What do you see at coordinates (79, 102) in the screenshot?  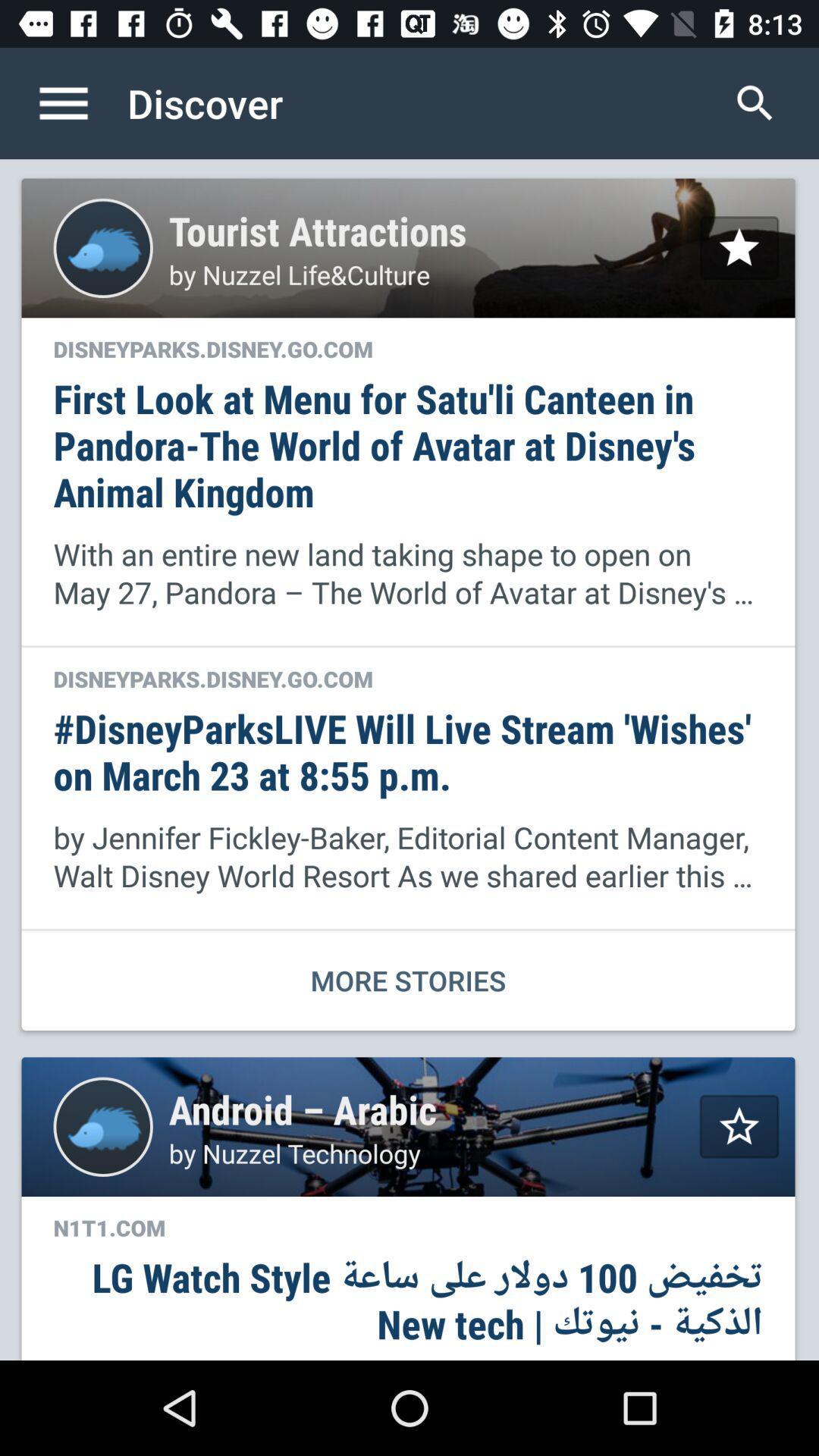 I see `menu options` at bounding box center [79, 102].